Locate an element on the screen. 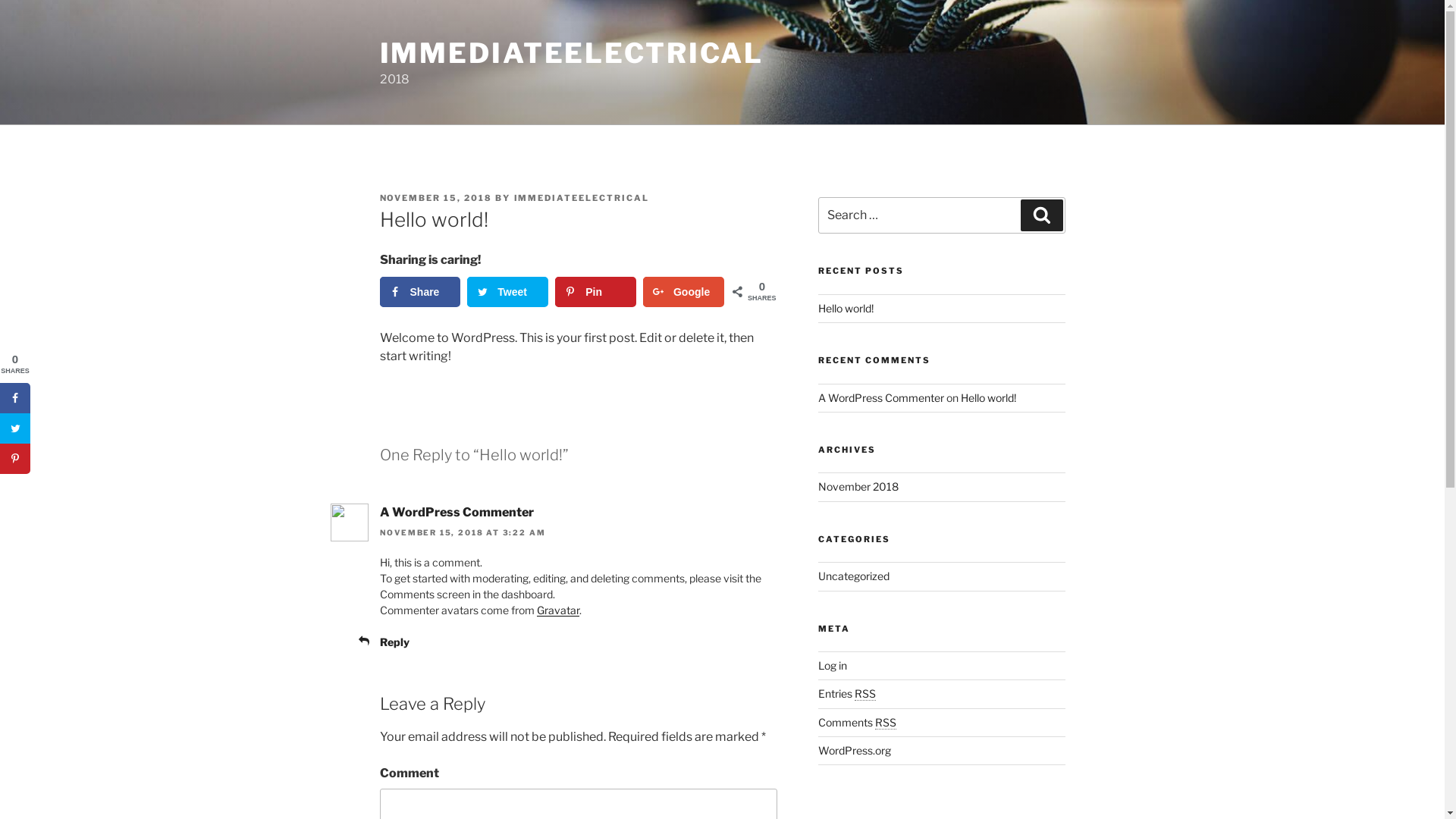 The width and height of the screenshot is (1456, 819). 'Skip to content' is located at coordinates (0, 0).